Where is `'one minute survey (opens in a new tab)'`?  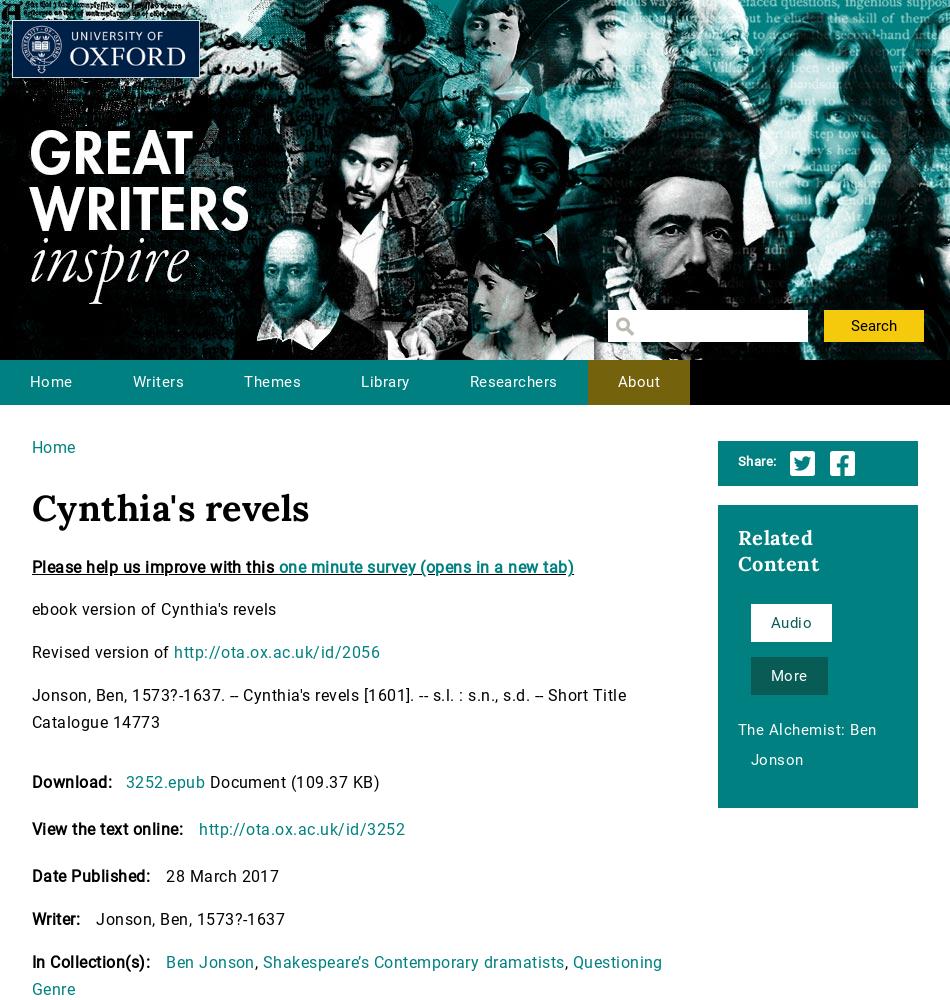 'one minute survey (opens in a new tab)' is located at coordinates (424, 566).